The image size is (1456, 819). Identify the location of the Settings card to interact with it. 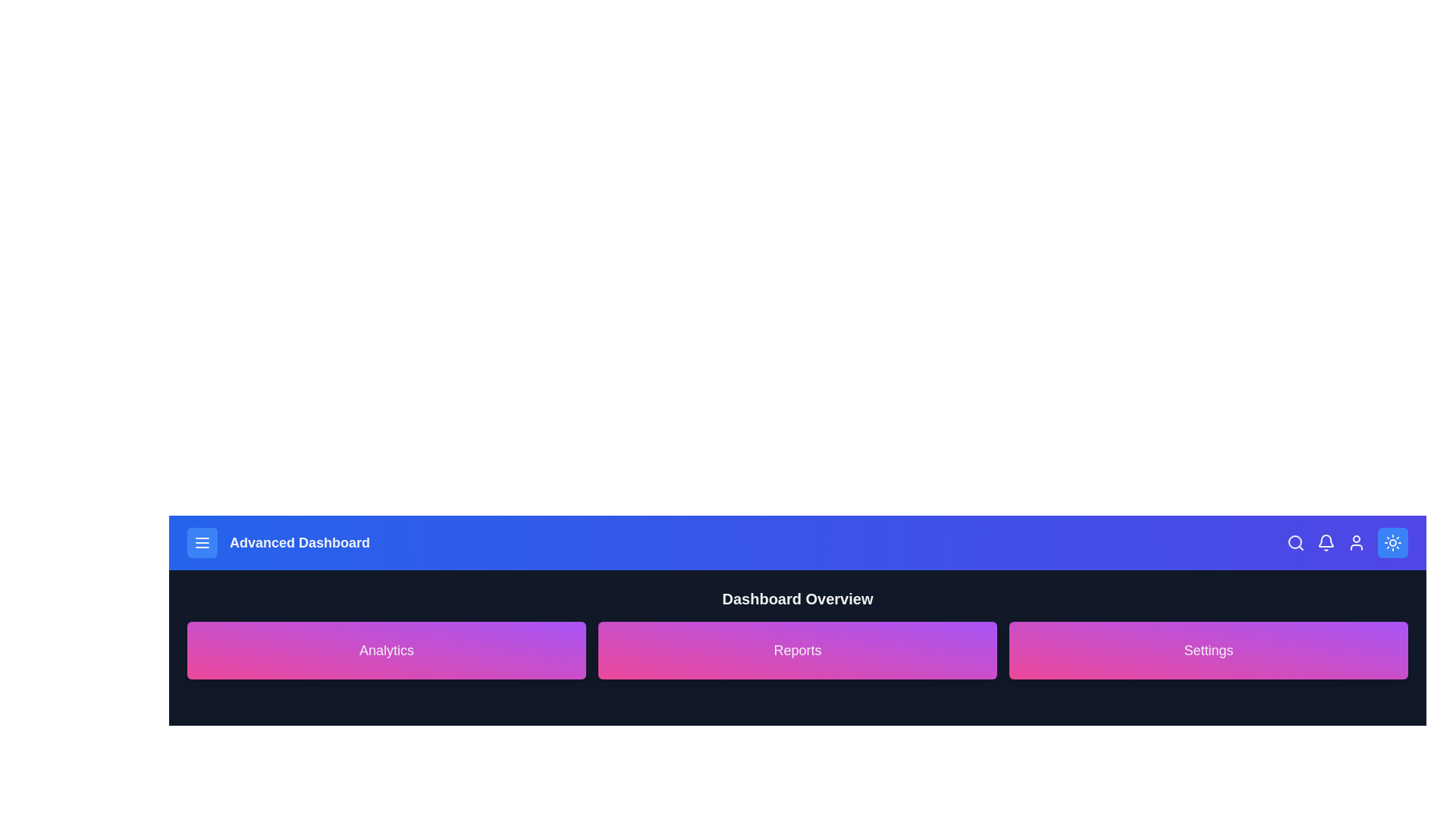
(1207, 649).